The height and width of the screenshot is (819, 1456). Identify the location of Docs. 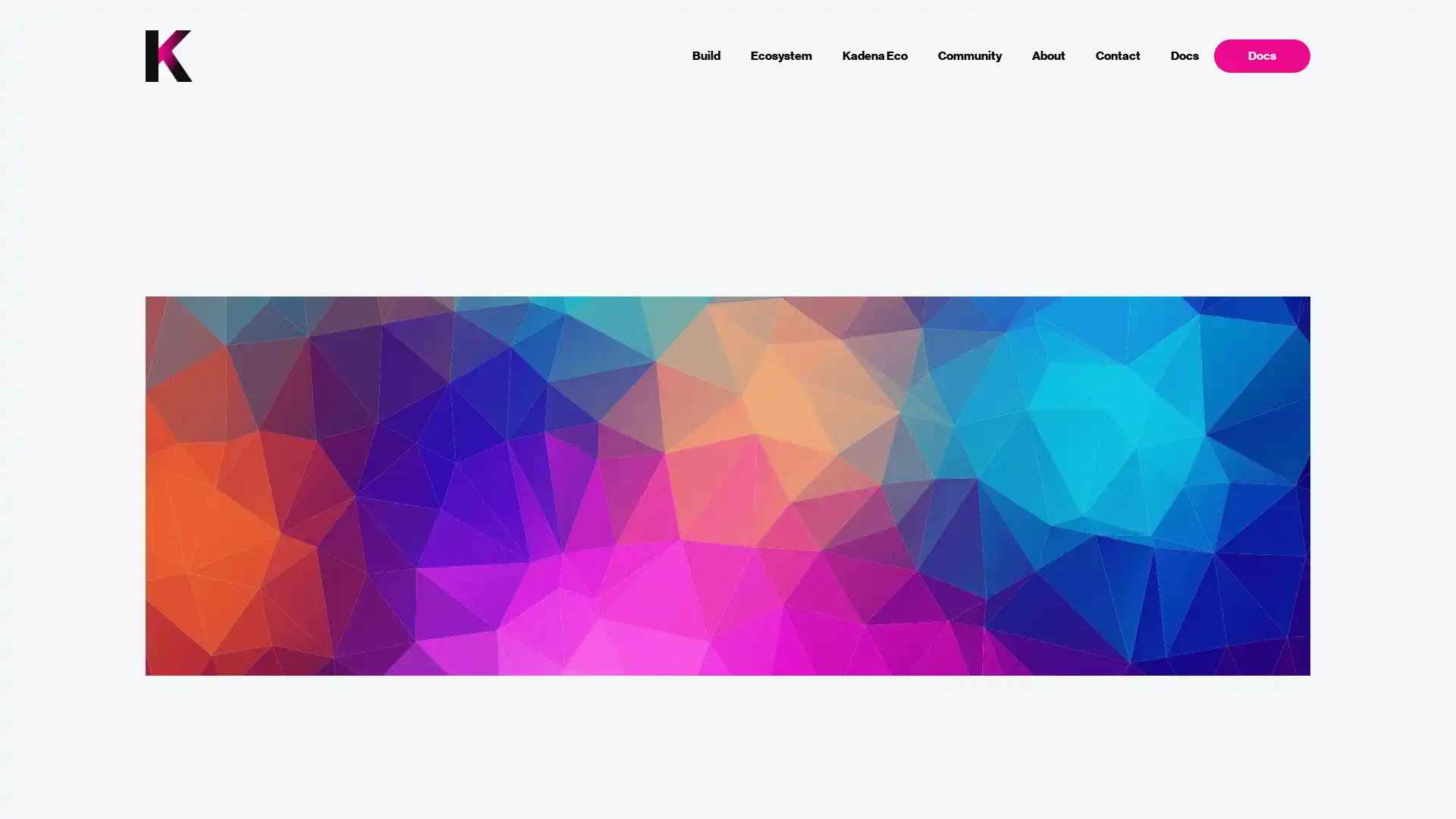
(1261, 55).